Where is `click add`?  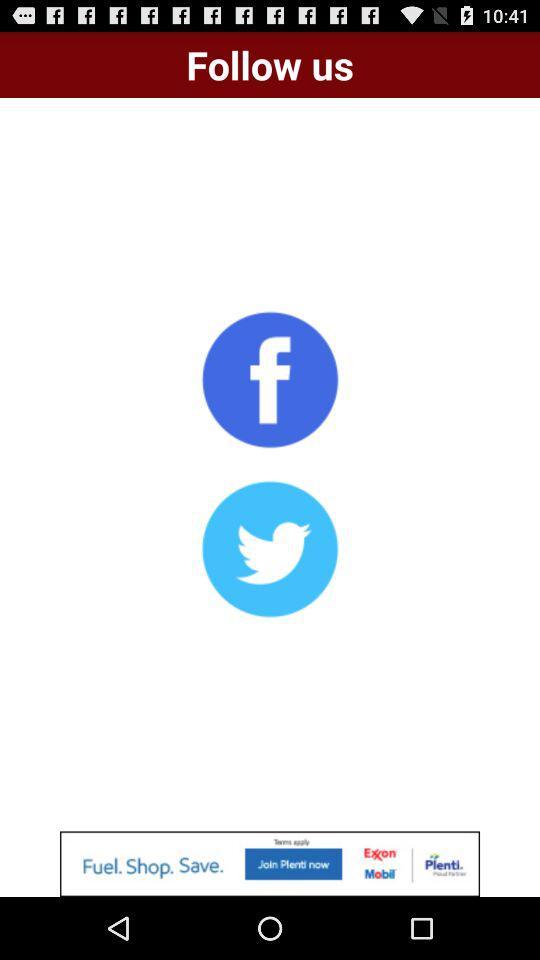
click add is located at coordinates (270, 863).